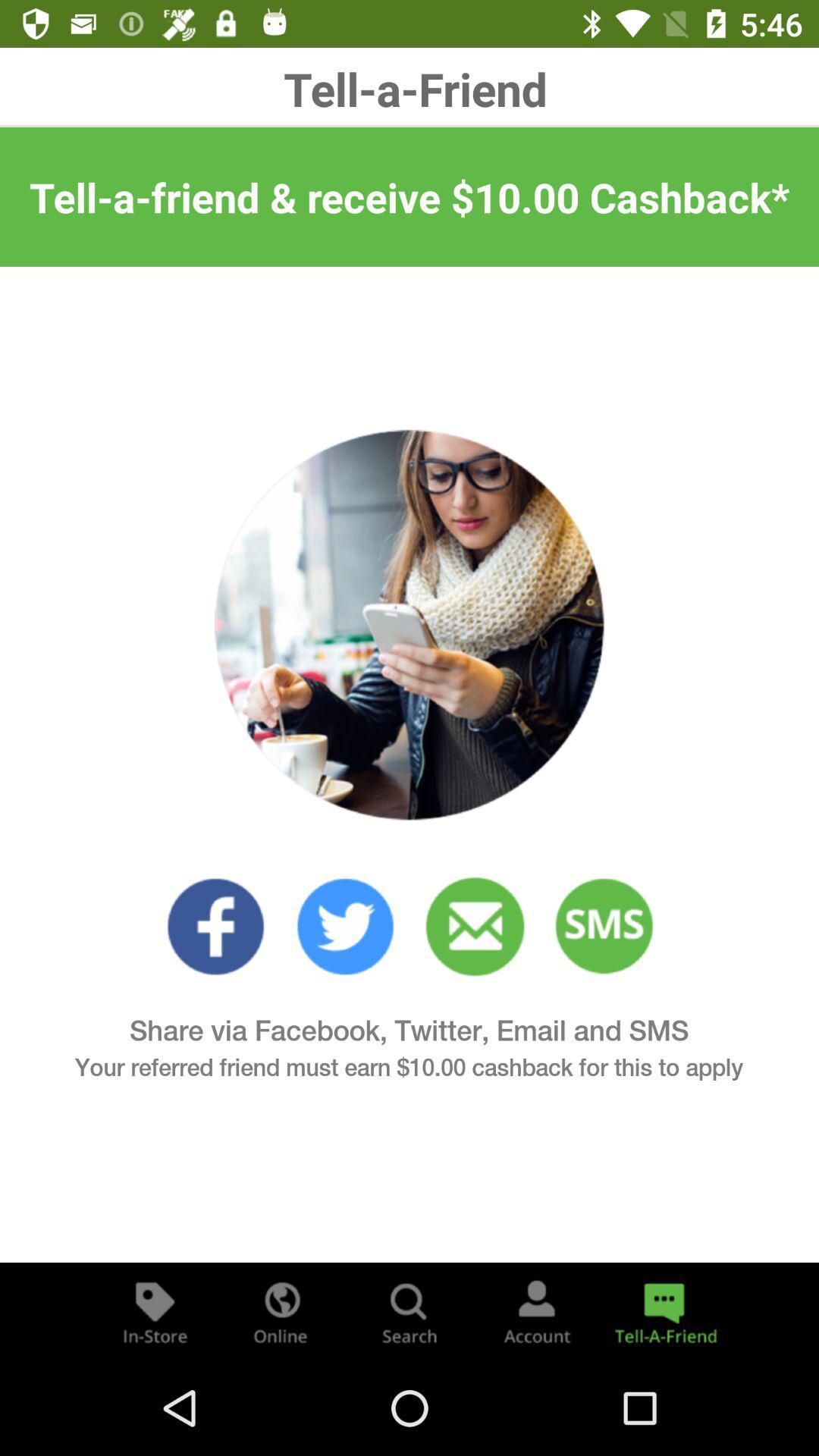 The width and height of the screenshot is (819, 1456). I want to click on the avatar icon, so click(536, 1310).